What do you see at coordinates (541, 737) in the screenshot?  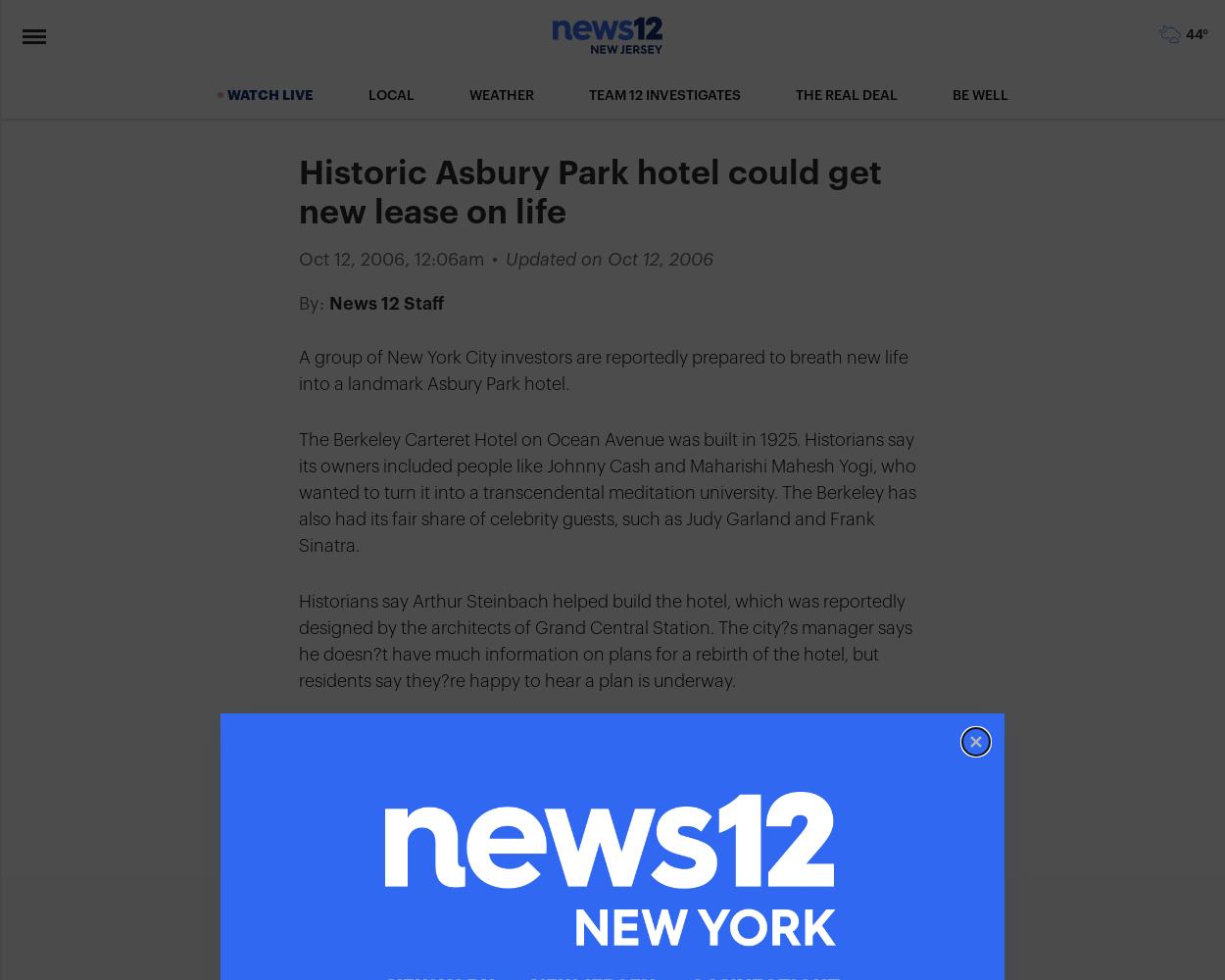 I see `'Share this story'` at bounding box center [541, 737].